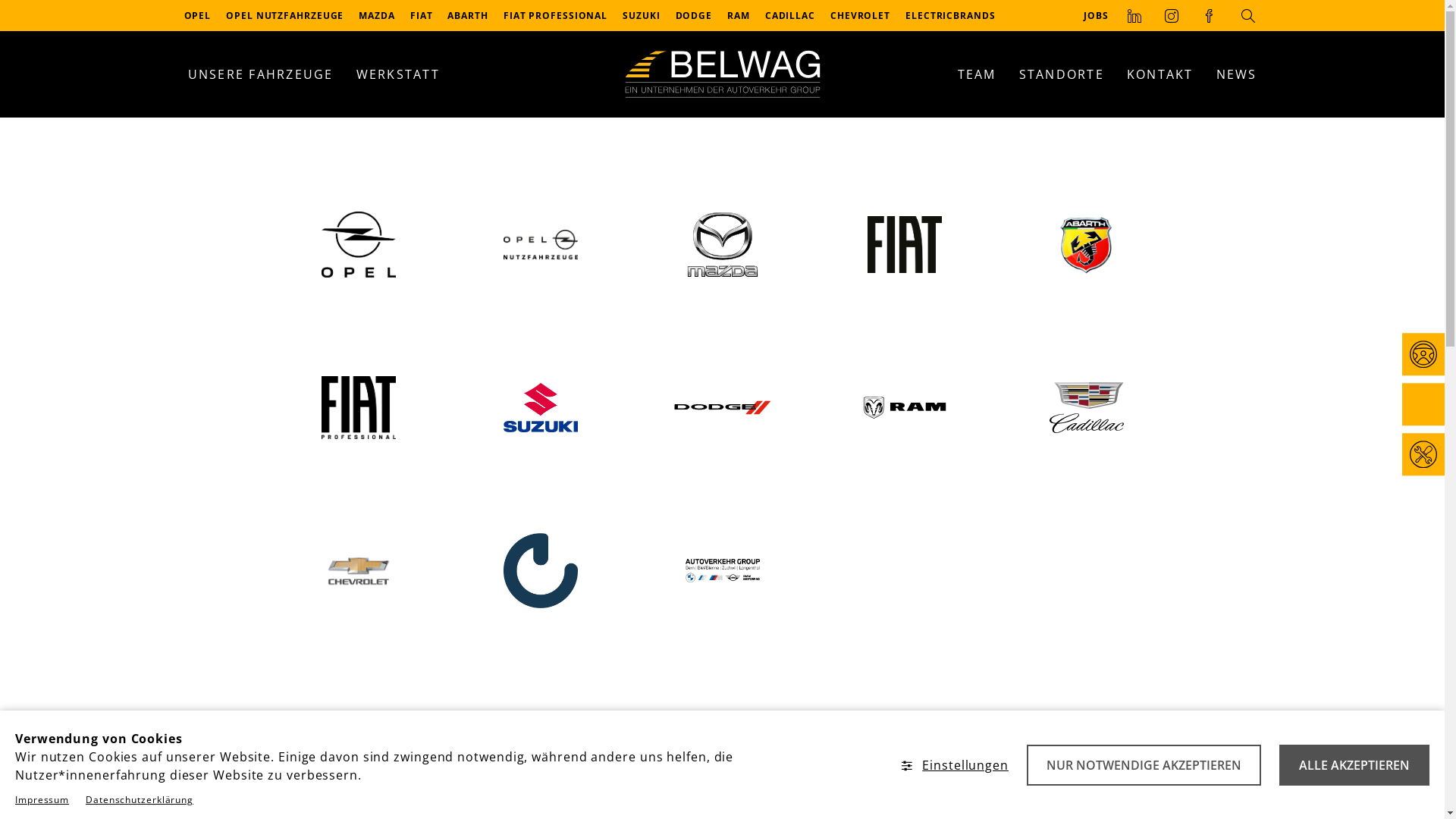 The width and height of the screenshot is (1456, 819). I want to click on 'LinkedIn', so click(1134, 14).